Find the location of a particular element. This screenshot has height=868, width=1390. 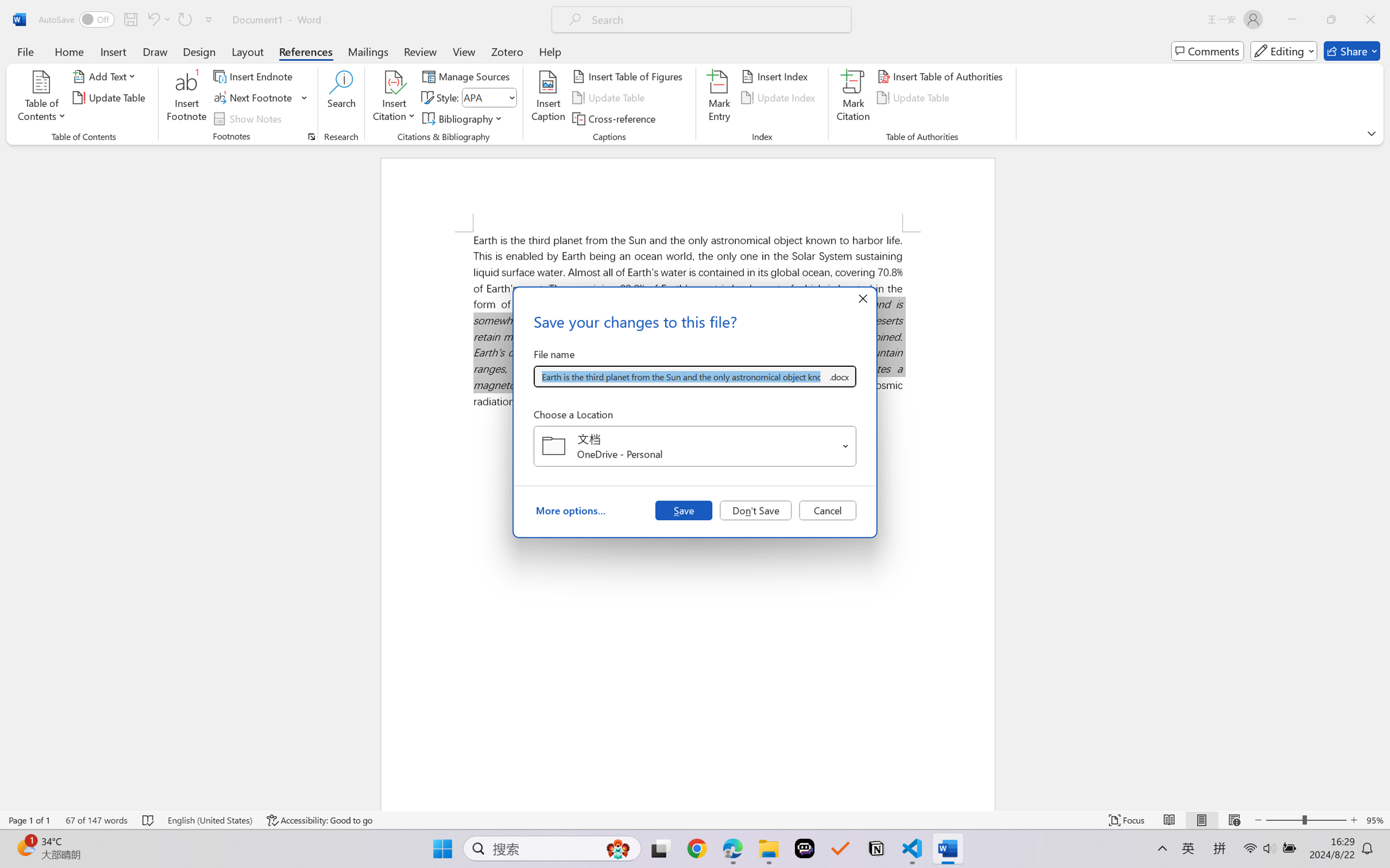

'Footnote and Endnote Dialog...' is located at coordinates (312, 136).